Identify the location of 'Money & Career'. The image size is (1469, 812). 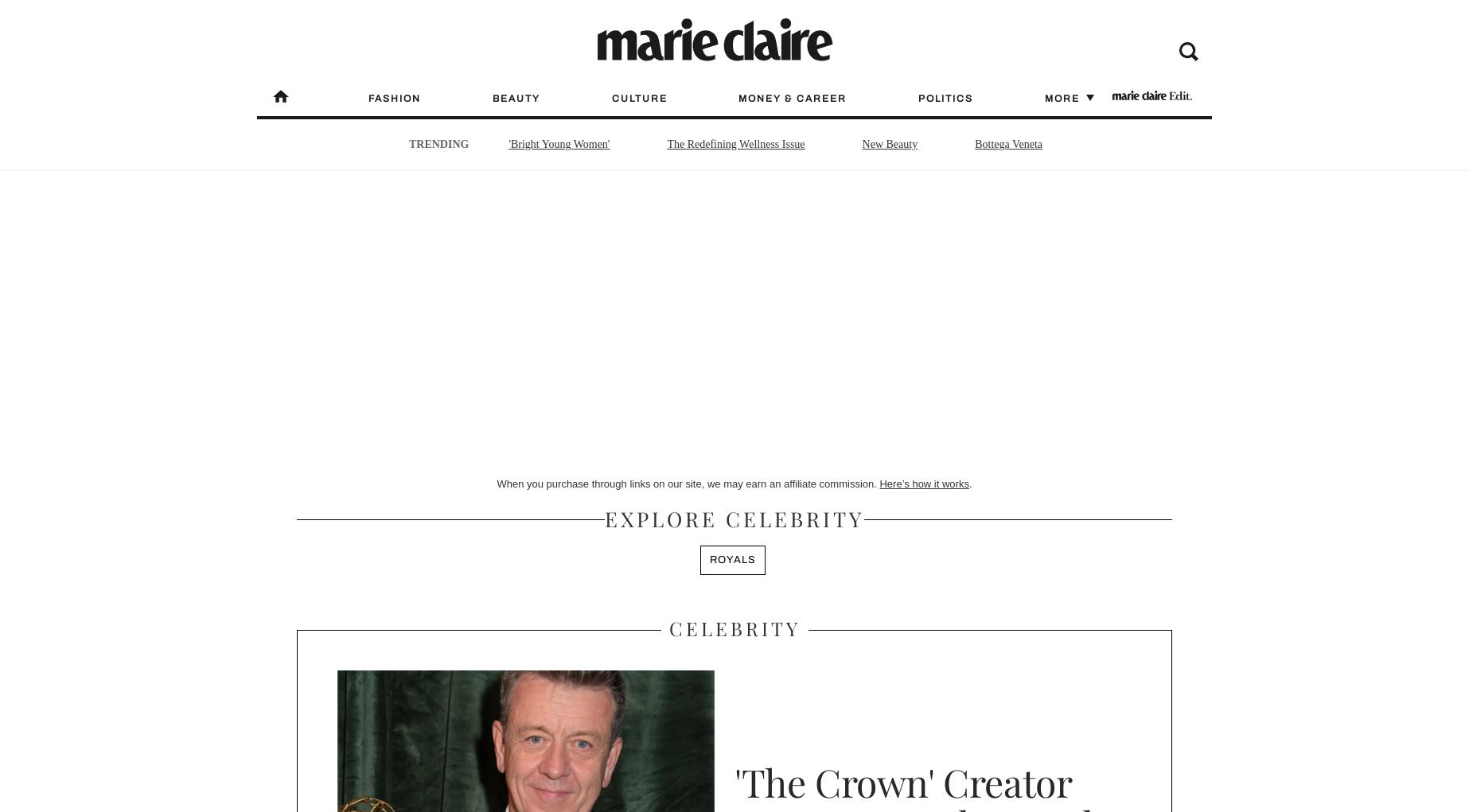
(792, 98).